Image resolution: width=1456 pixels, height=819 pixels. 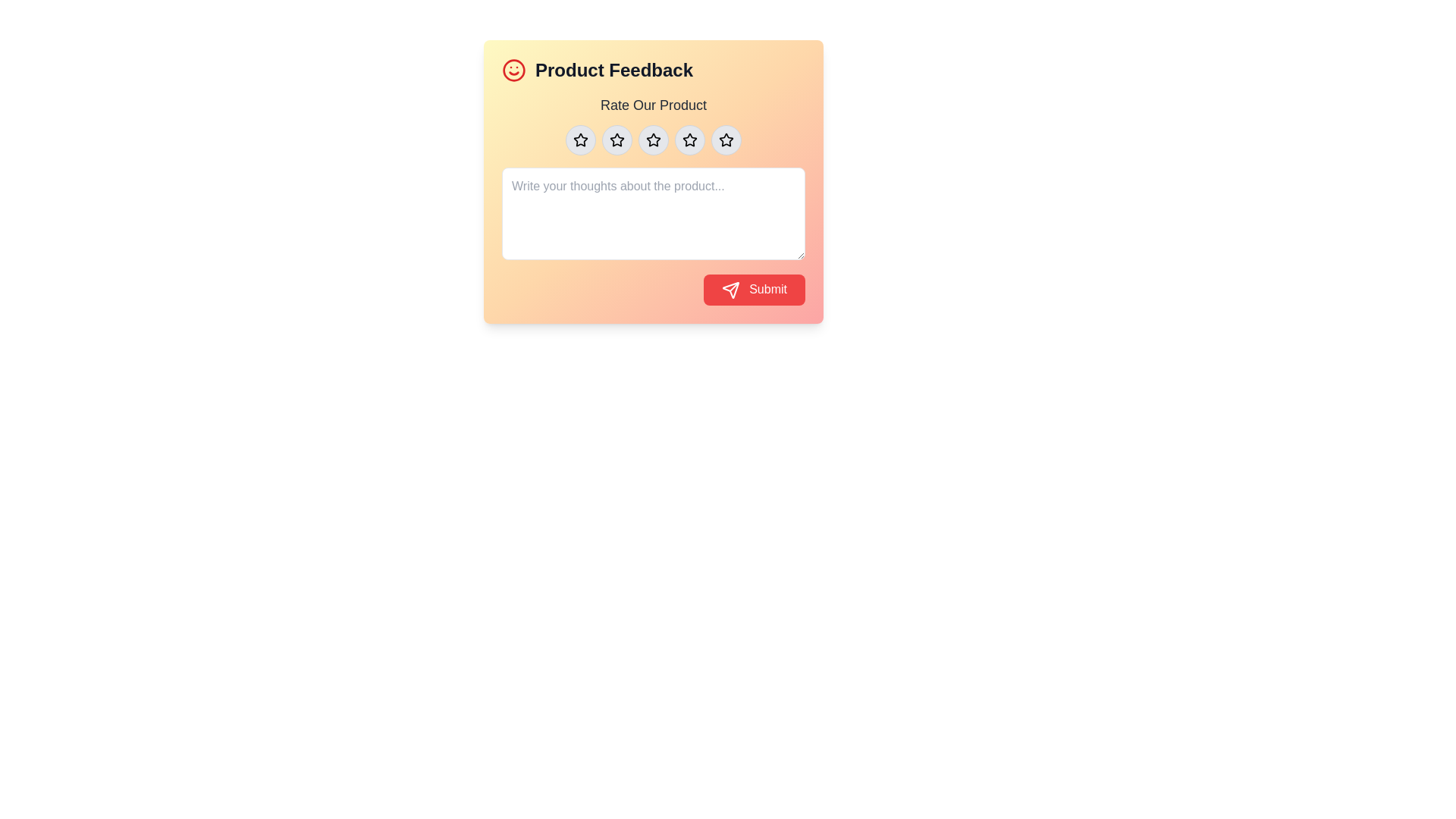 I want to click on the text label that serves as the title for the feedback form, positioned to the right of the smiley face icon, indicating its association with the feedback section, so click(x=614, y=70).